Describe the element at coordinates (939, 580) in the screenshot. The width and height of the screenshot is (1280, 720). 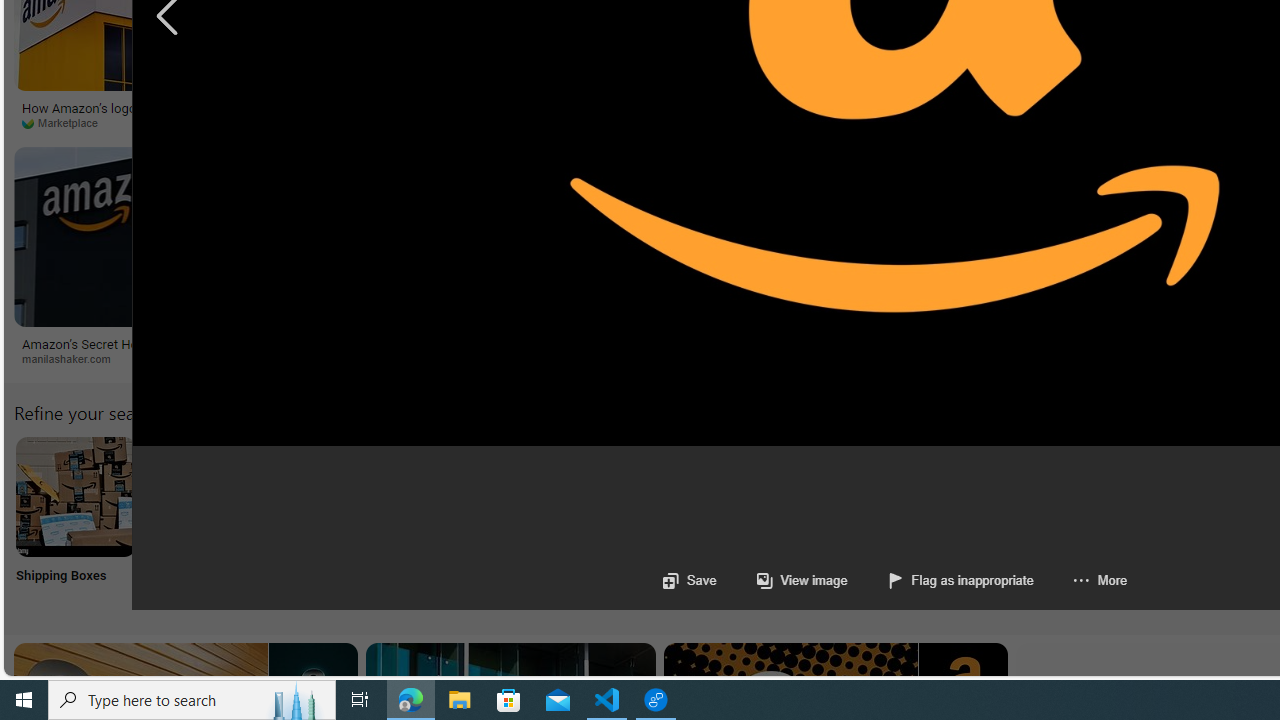
I see `'Flag as inappropriate'` at that location.